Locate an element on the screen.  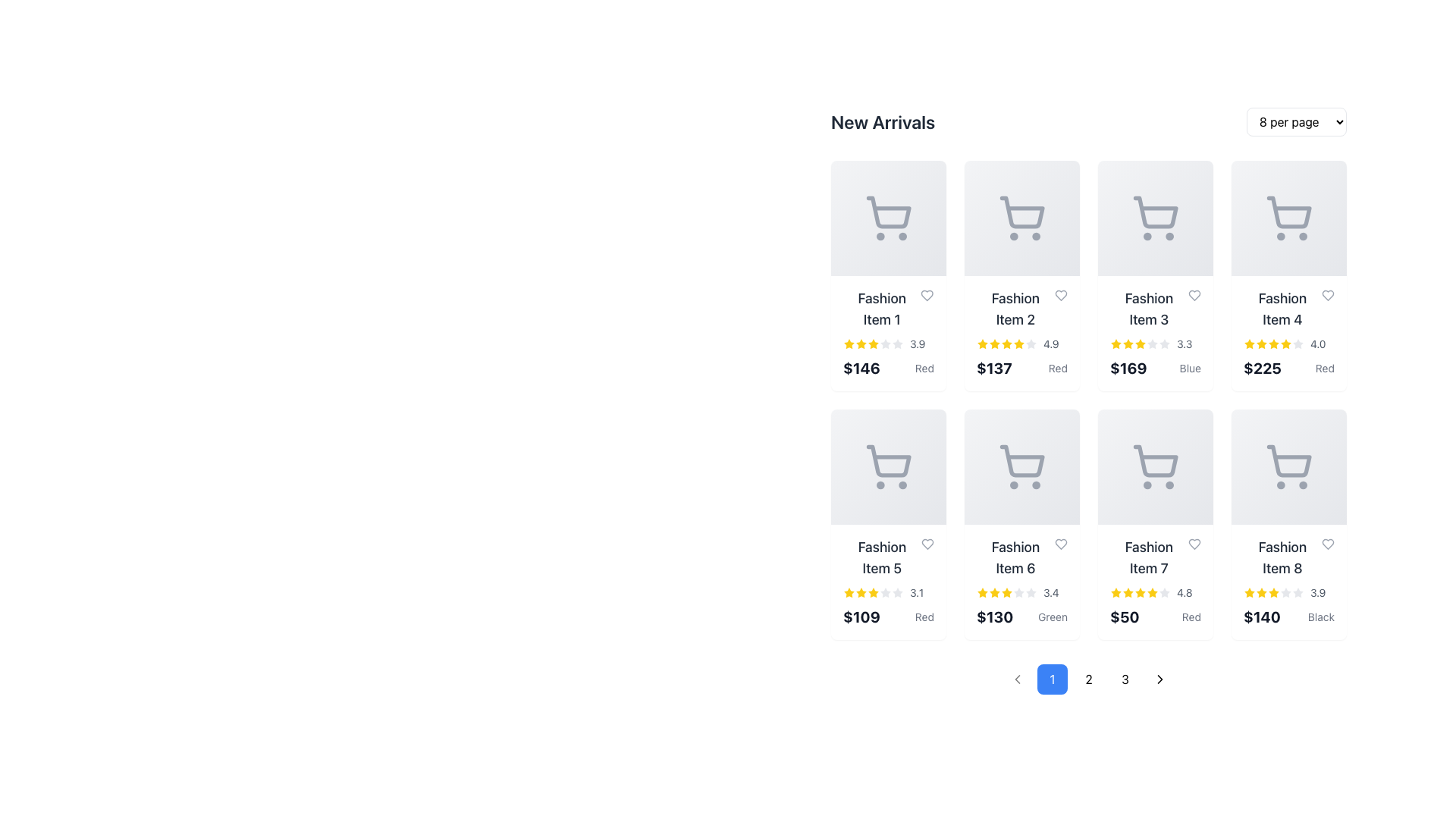
the last rating star icon indicating an unselected portion of the rating for 'Fashion Item 6' is located at coordinates (1031, 592).